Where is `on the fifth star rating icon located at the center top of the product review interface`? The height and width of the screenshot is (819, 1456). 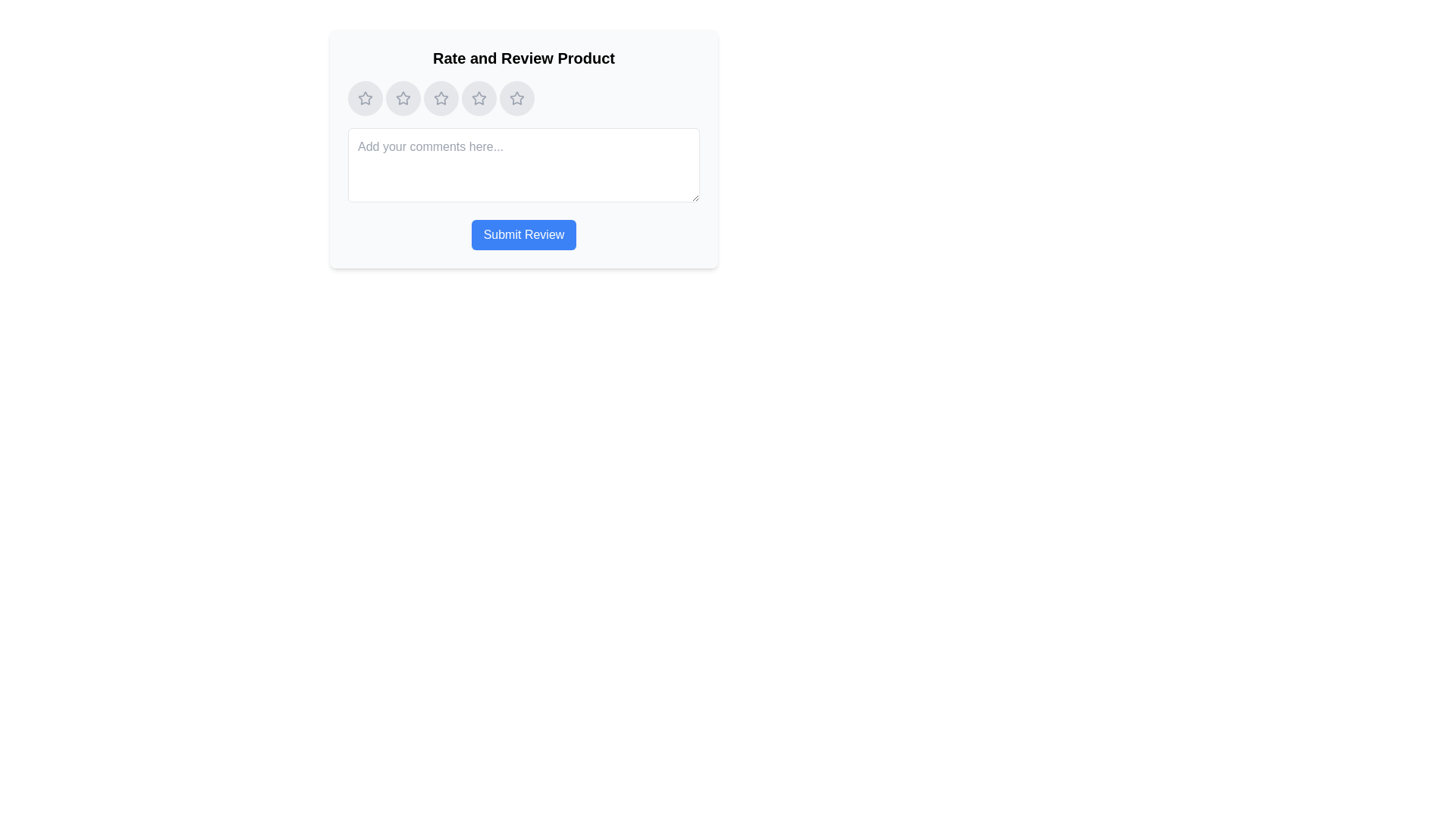
on the fifth star rating icon located at the center top of the product review interface is located at coordinates (516, 98).